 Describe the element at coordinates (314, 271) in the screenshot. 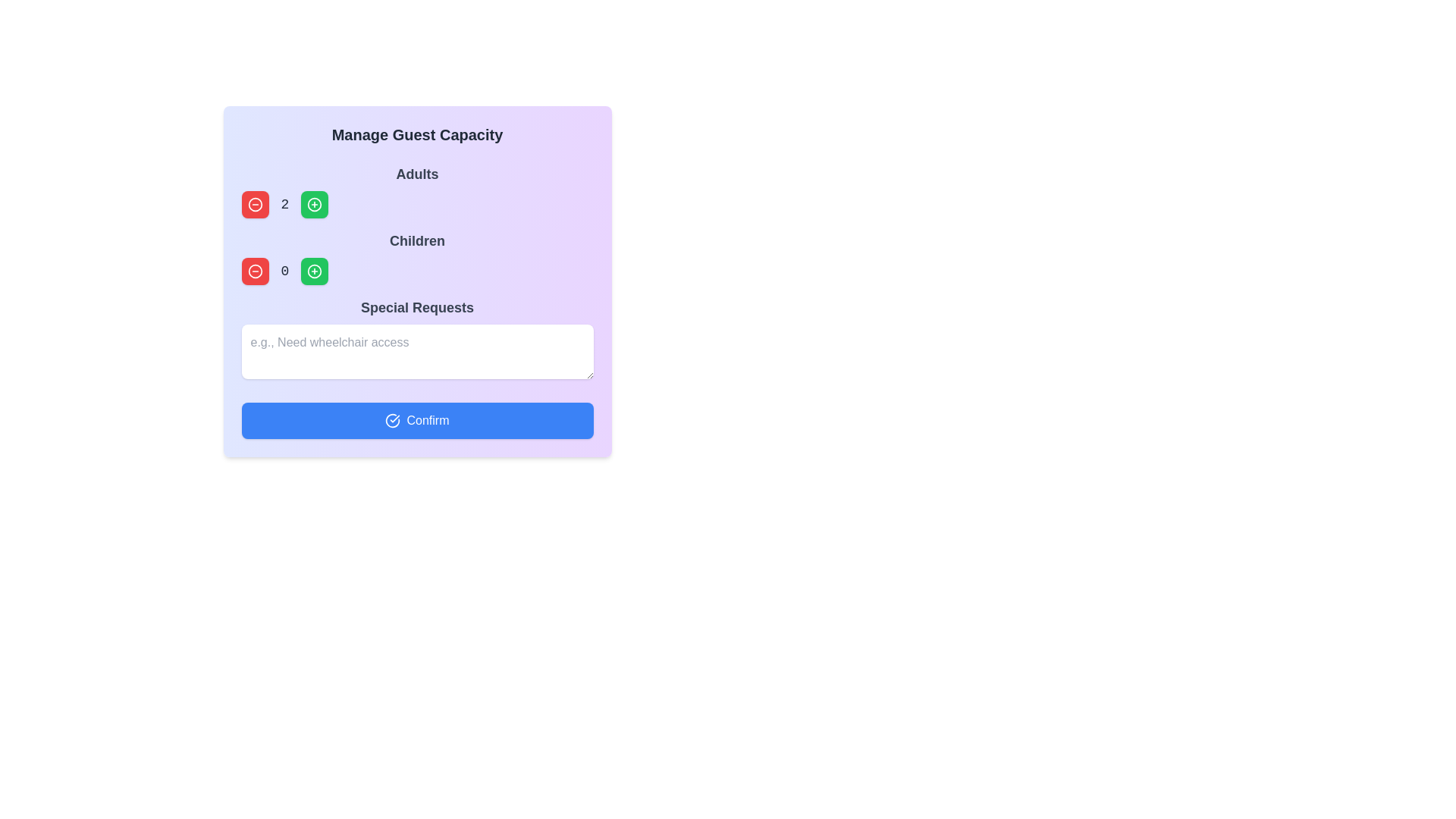

I see `the increment button located on the right side of the 'Children' text label to increase the count for managing guest capacity` at that location.